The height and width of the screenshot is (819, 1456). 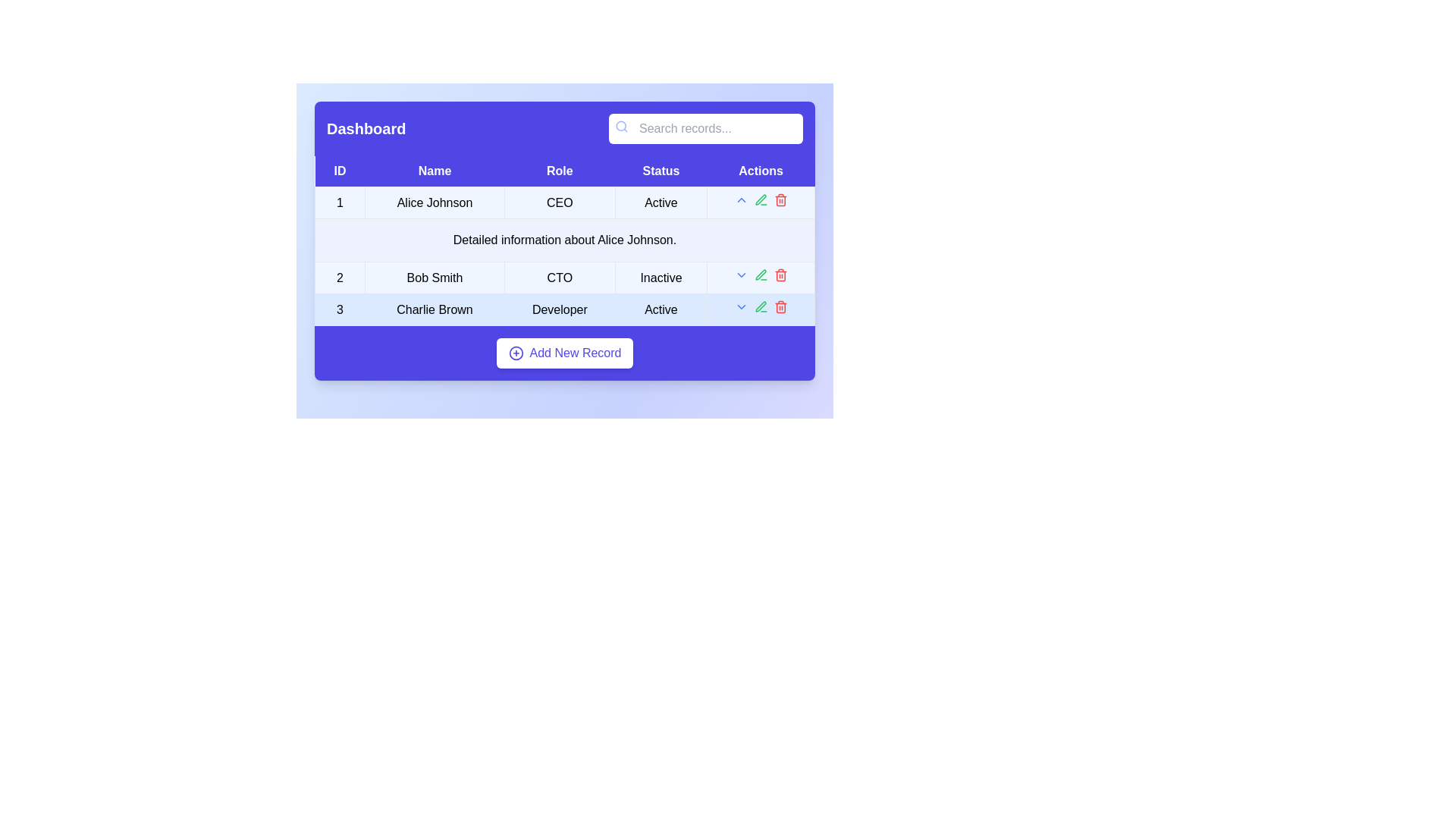 What do you see at coordinates (563, 239) in the screenshot?
I see `the text block associated with 'Alice Johnson' in the first row of the table, which provides additional information in the detailed view` at bounding box center [563, 239].